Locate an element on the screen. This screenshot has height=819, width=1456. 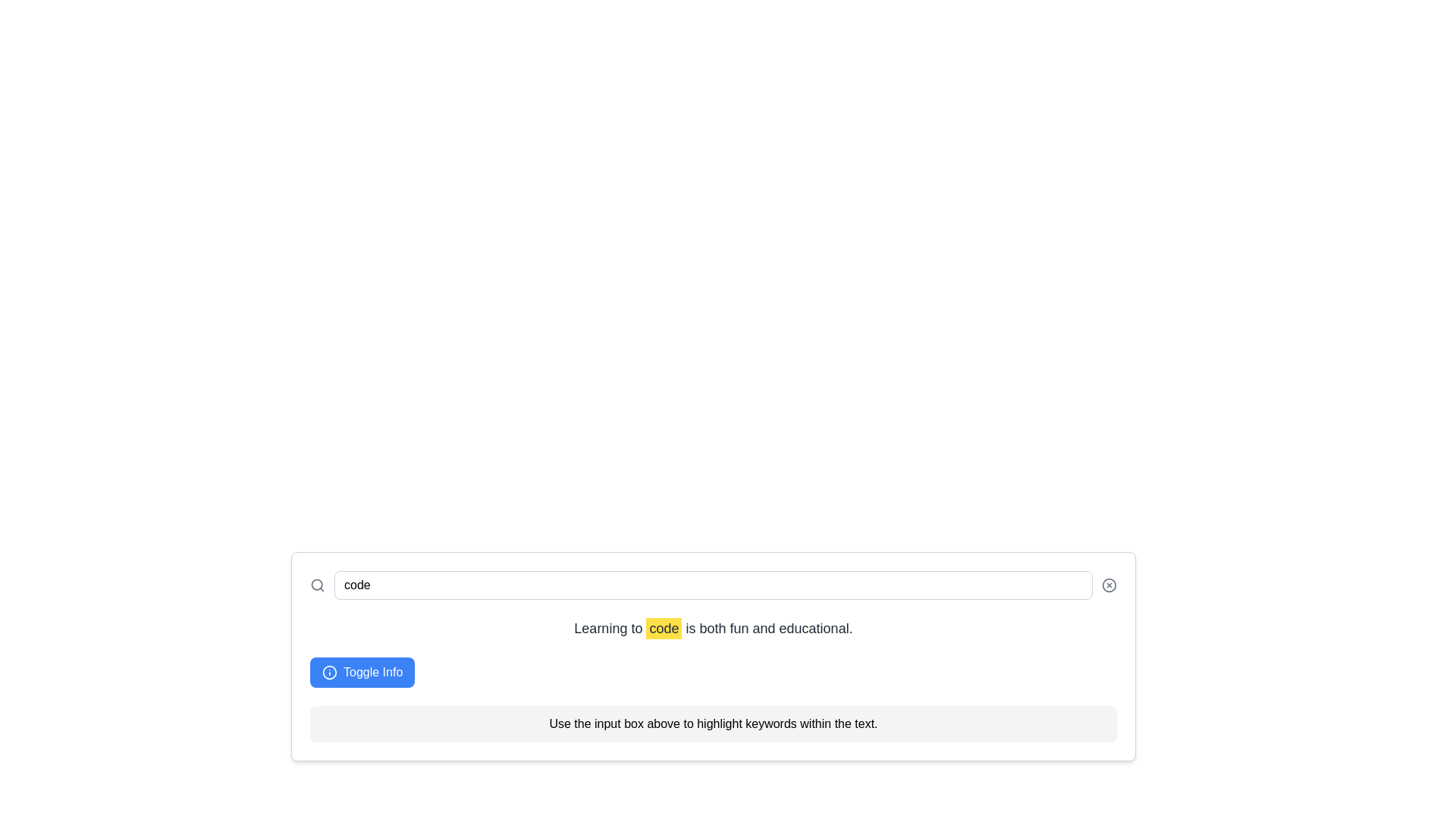
the circular part of the search icon located in the bottom-left corner of the text search box component is located at coordinates (316, 584).